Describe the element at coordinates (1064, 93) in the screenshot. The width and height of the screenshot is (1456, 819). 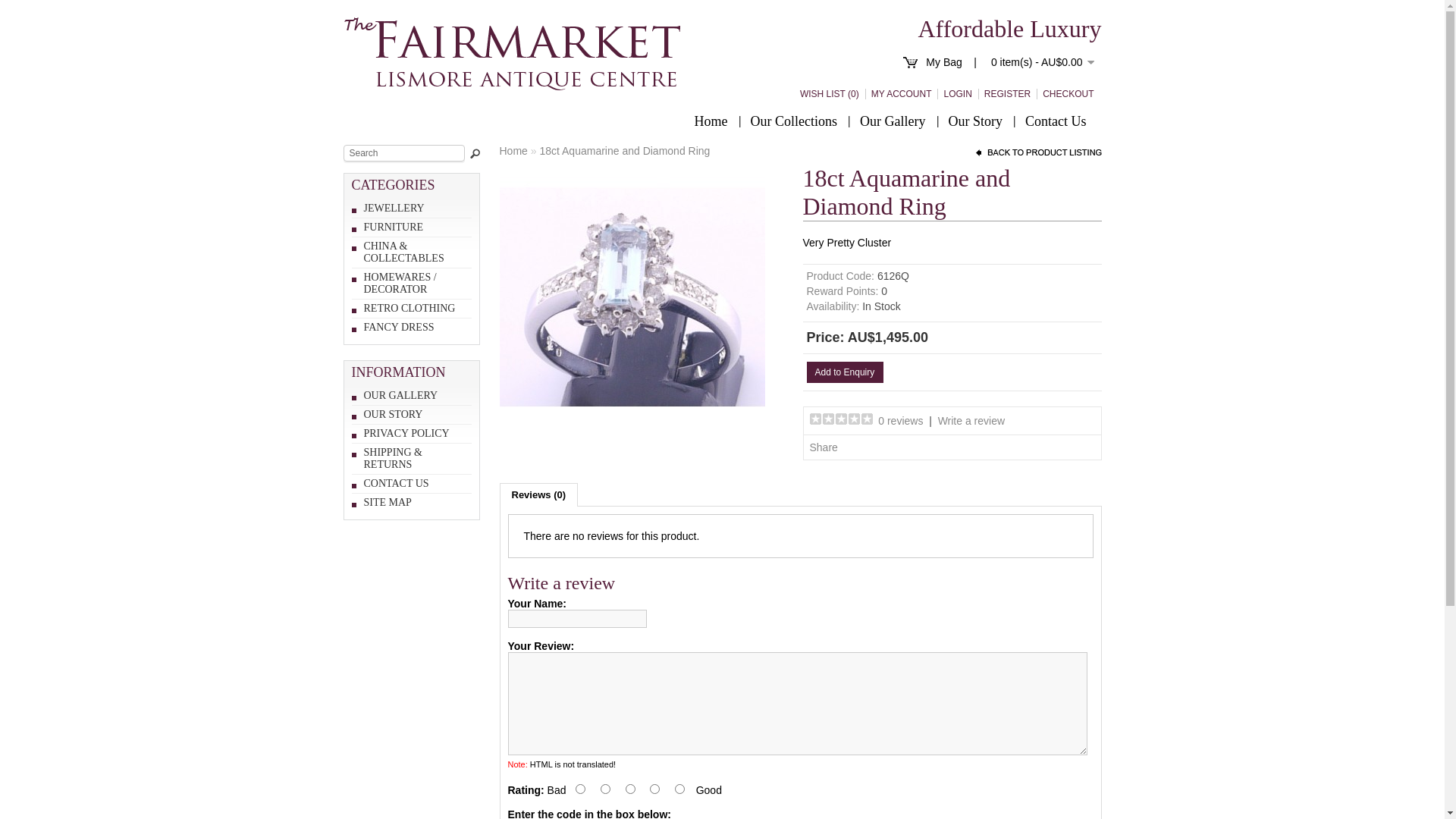
I see `'CHECKOUT'` at that location.